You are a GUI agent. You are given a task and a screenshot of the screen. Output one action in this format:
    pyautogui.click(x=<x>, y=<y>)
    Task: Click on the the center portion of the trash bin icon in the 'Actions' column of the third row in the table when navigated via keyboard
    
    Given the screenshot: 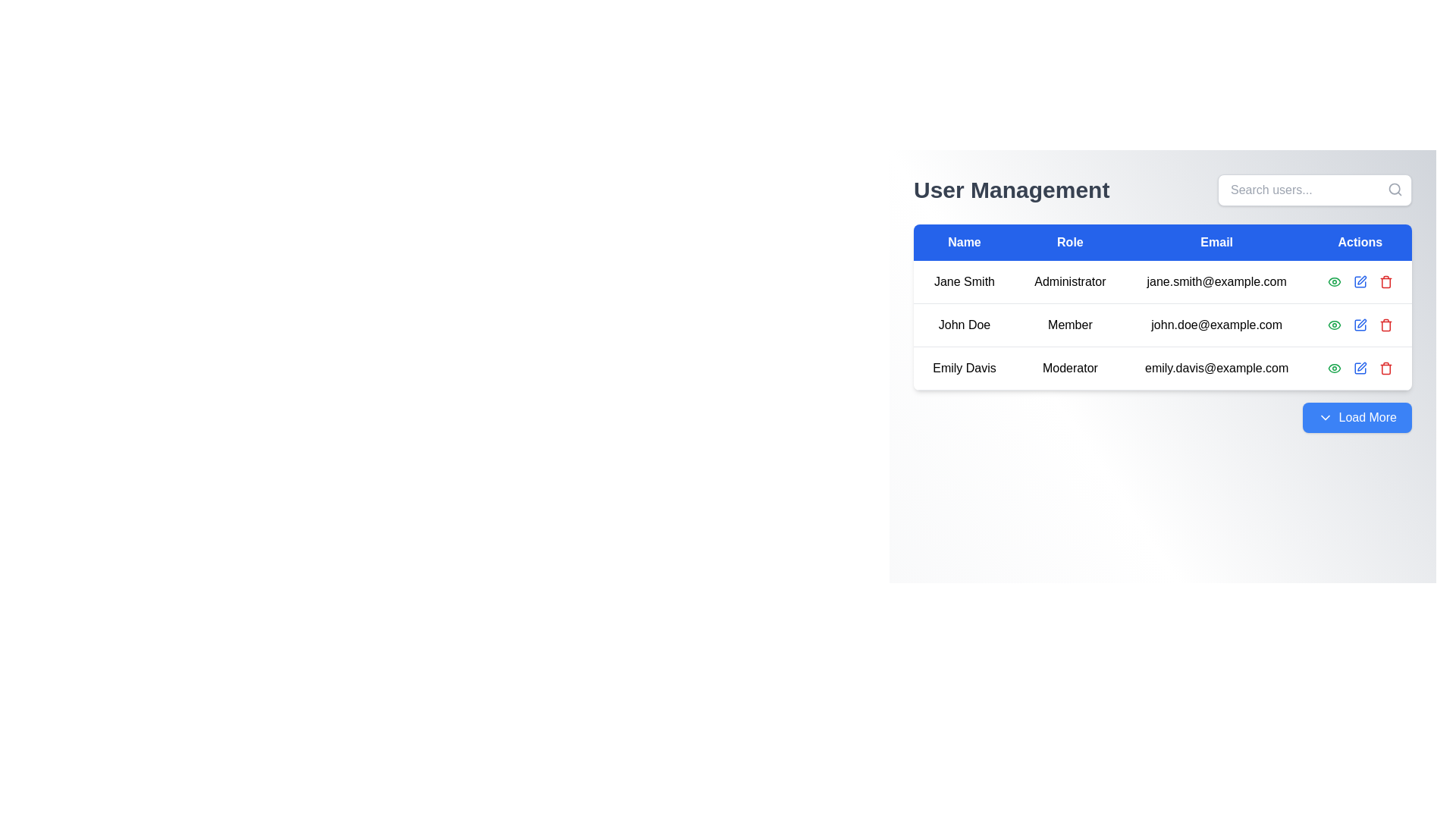 What is the action you would take?
    pyautogui.click(x=1385, y=369)
    